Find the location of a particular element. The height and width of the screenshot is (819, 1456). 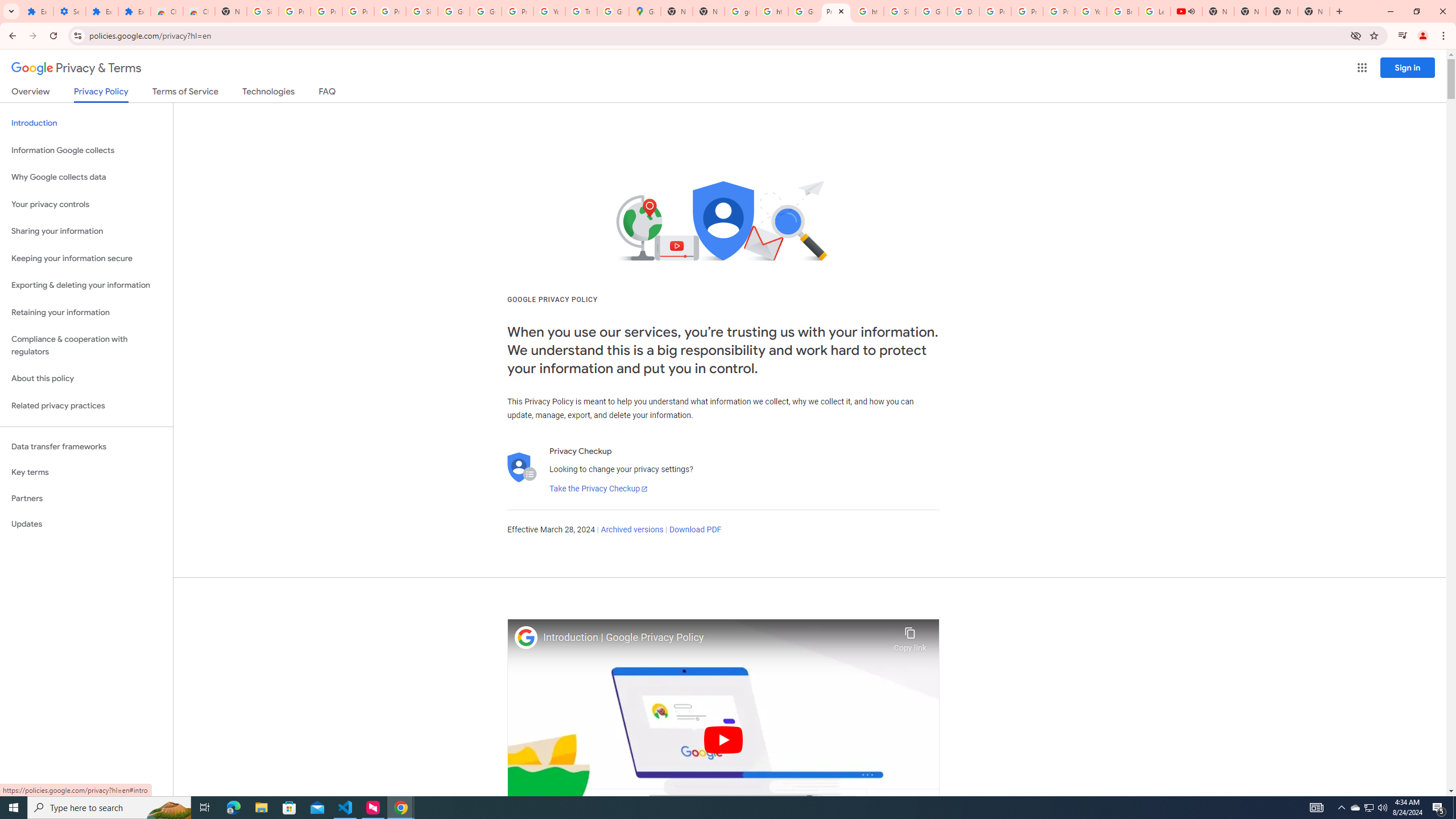

'Chrome Web Store' is located at coordinates (167, 11).